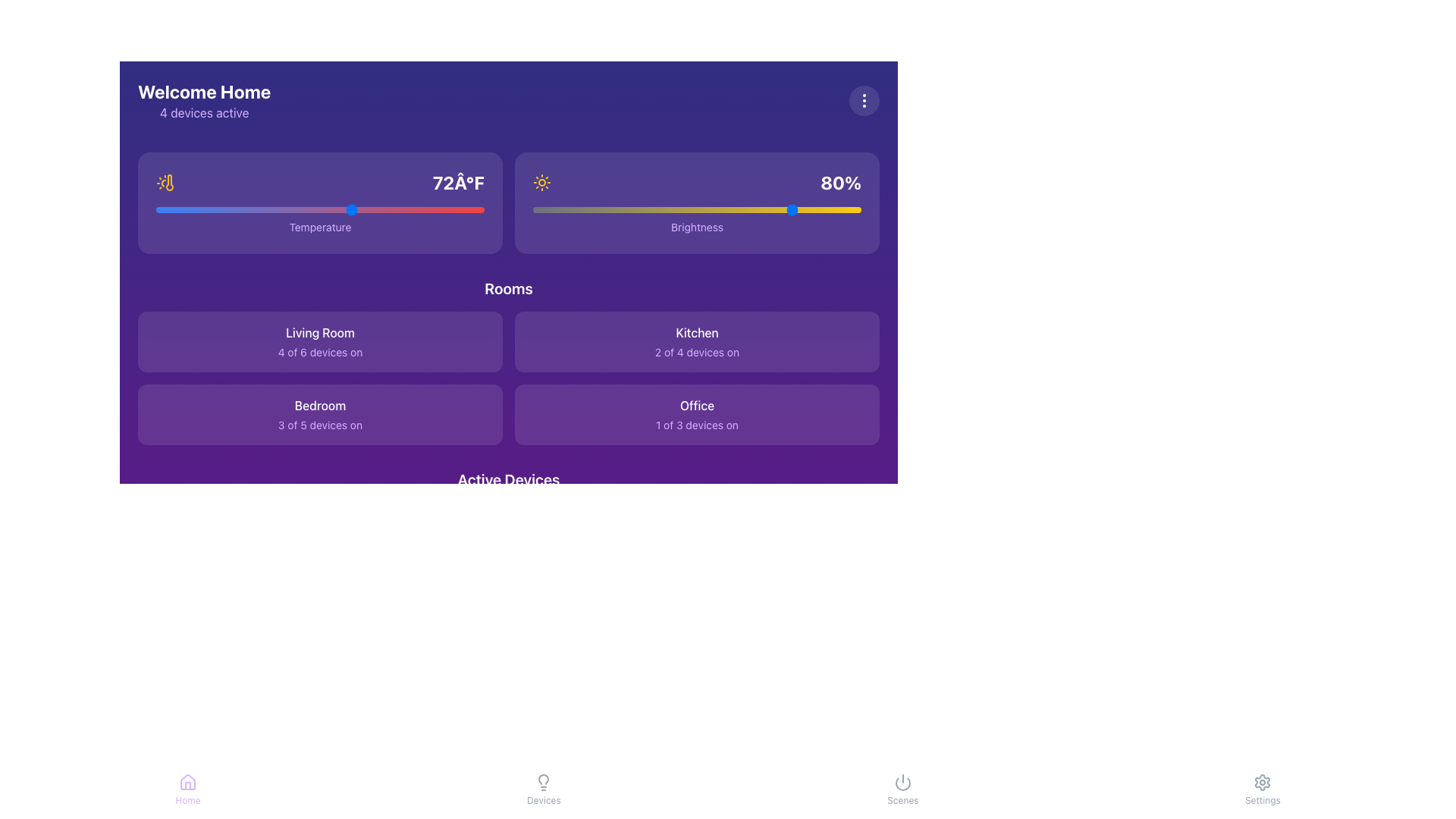 The image size is (1456, 819). What do you see at coordinates (467, 210) in the screenshot?
I see `the temperature` at bounding box center [467, 210].